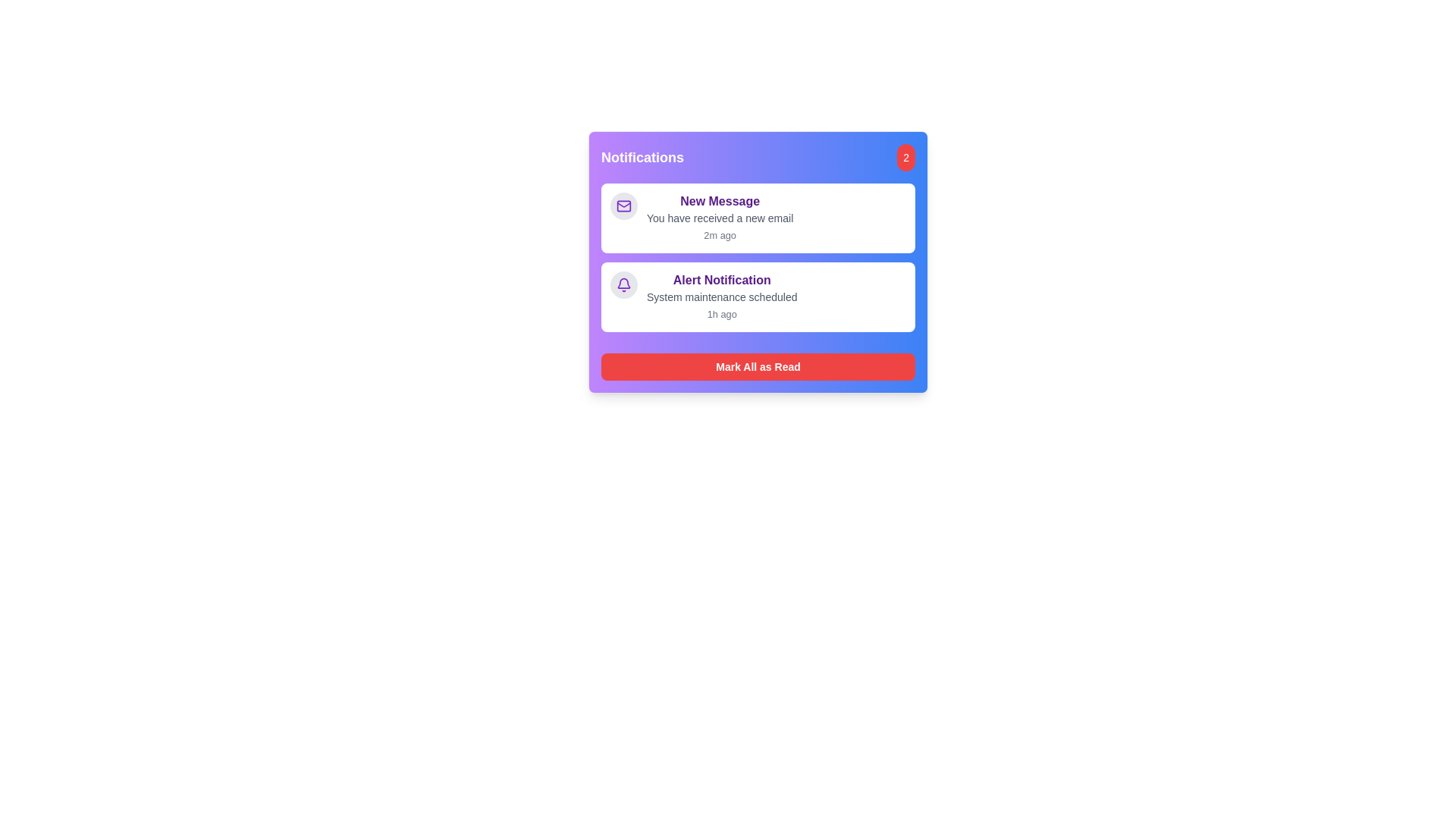  Describe the element at coordinates (721, 297) in the screenshot. I see `the Notification block that contains the alert titled 'Alert Notification', detailing 'System maintenance scheduled' which occurred '1h ago'` at that location.